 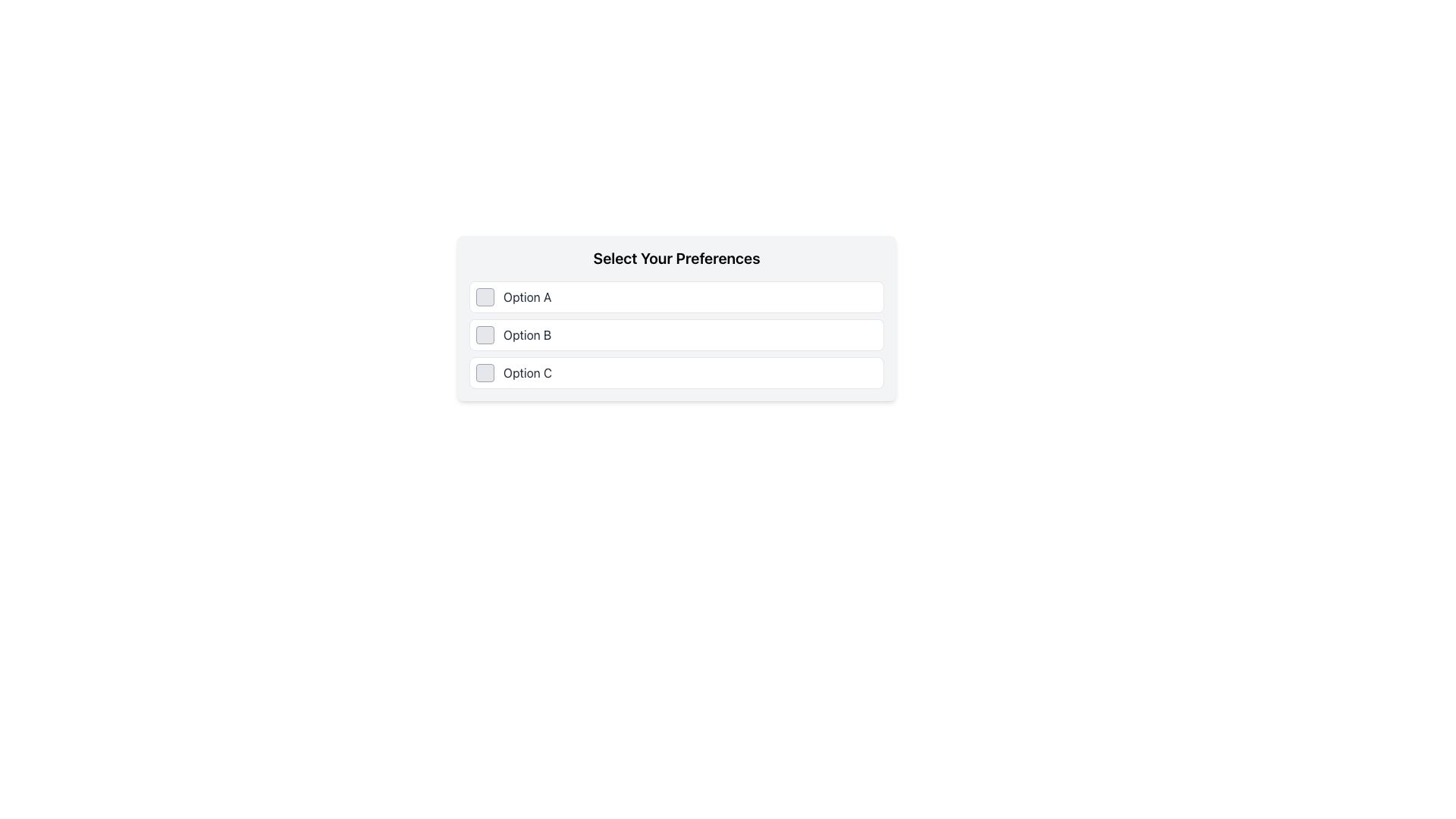 What do you see at coordinates (484, 297) in the screenshot?
I see `the interactive checkbox located to the left of the label 'Option A'` at bounding box center [484, 297].